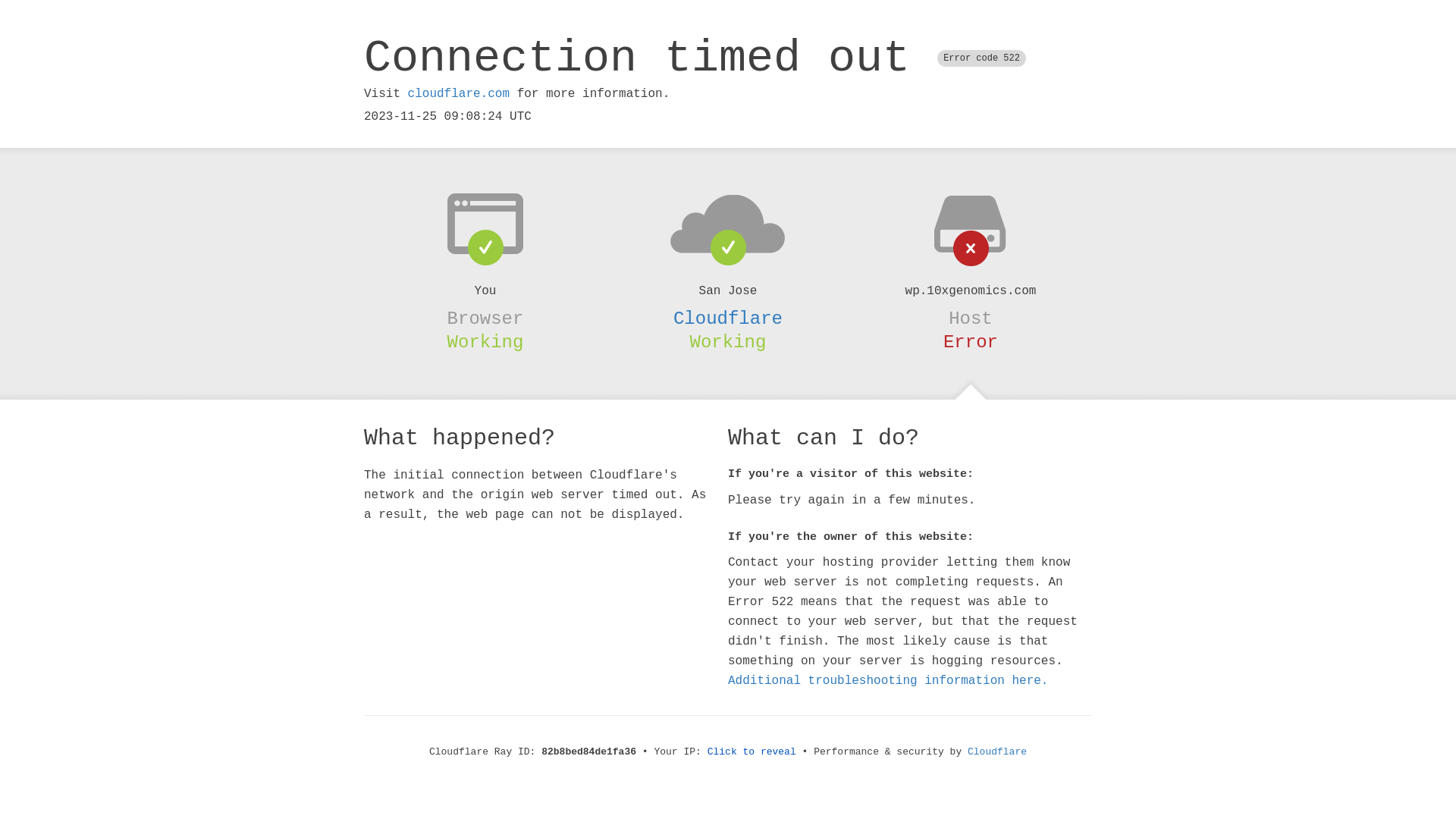  Describe the element at coordinates (728, 318) in the screenshot. I see `'Cloudflare'` at that location.